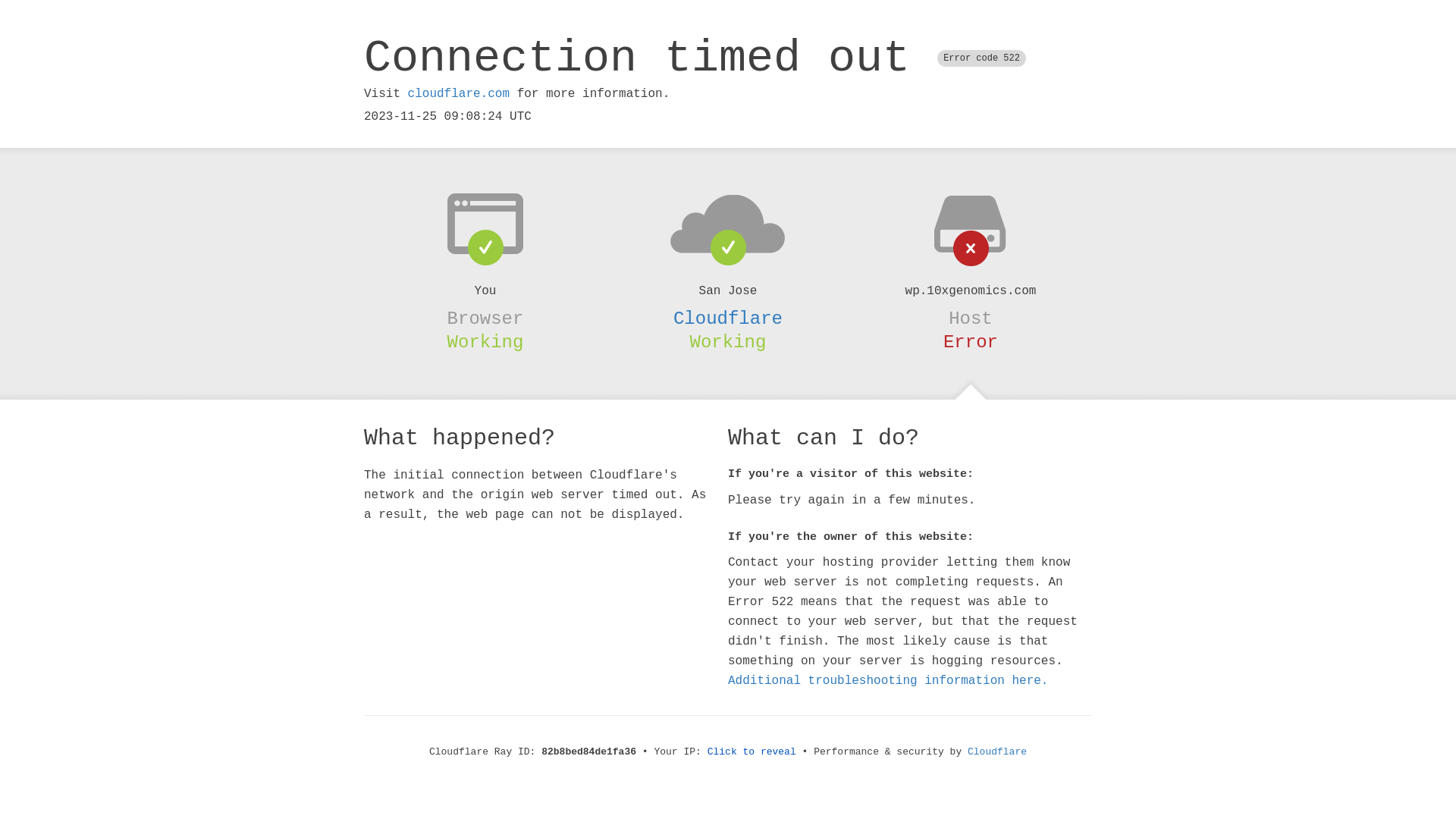  Describe the element at coordinates (728, 318) in the screenshot. I see `'Cloudflare'` at that location.